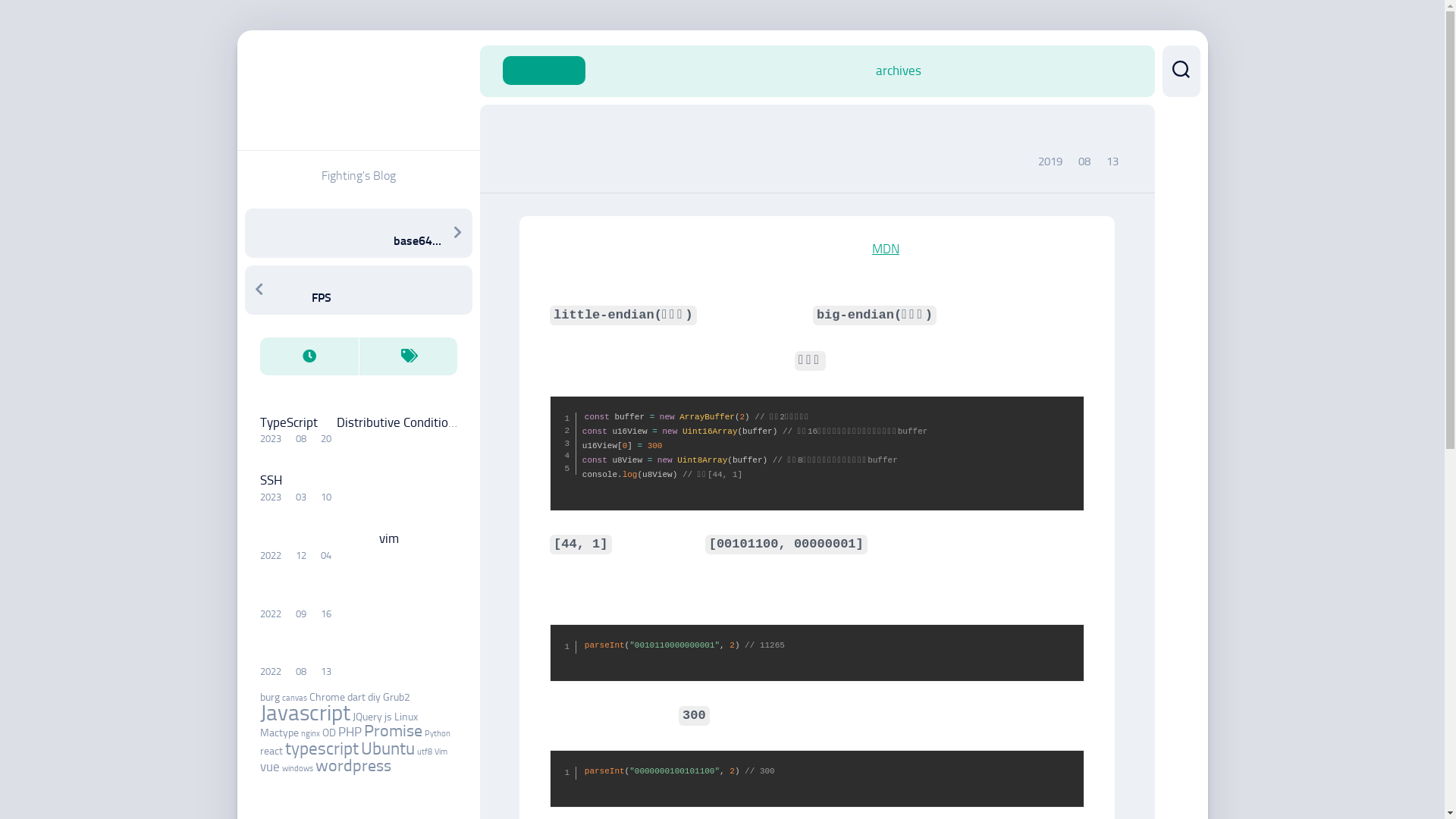 The height and width of the screenshot is (819, 1456). What do you see at coordinates (393, 730) in the screenshot?
I see `'Promise'` at bounding box center [393, 730].